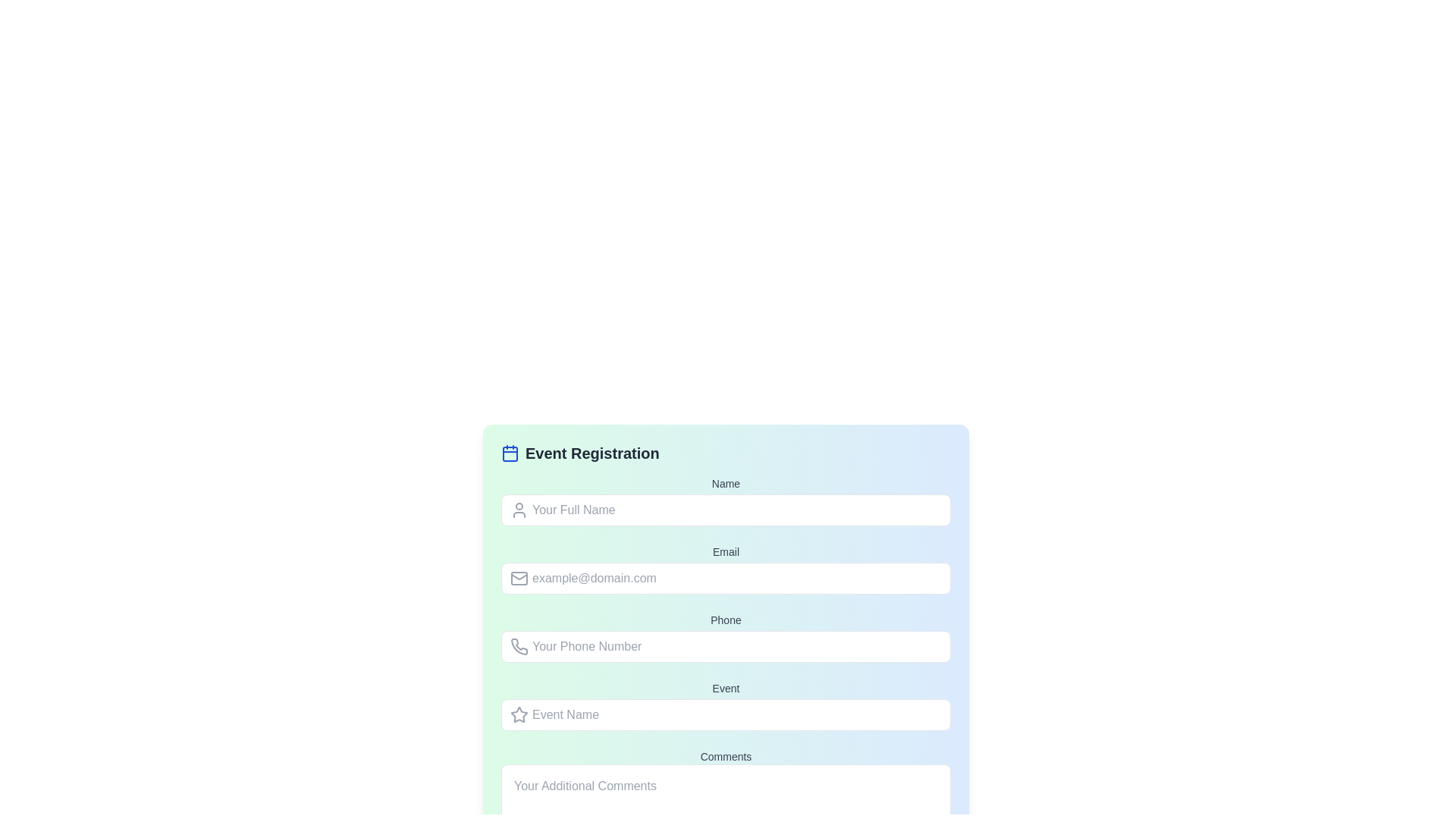  What do you see at coordinates (725, 688) in the screenshot?
I see `the Text label that informs the user about the purpose of the subsequent input field for specifying the name of an event, which is located between the 'Your Phone Number' field and the 'Event Name' input field in the 'Event Registration' form` at bounding box center [725, 688].